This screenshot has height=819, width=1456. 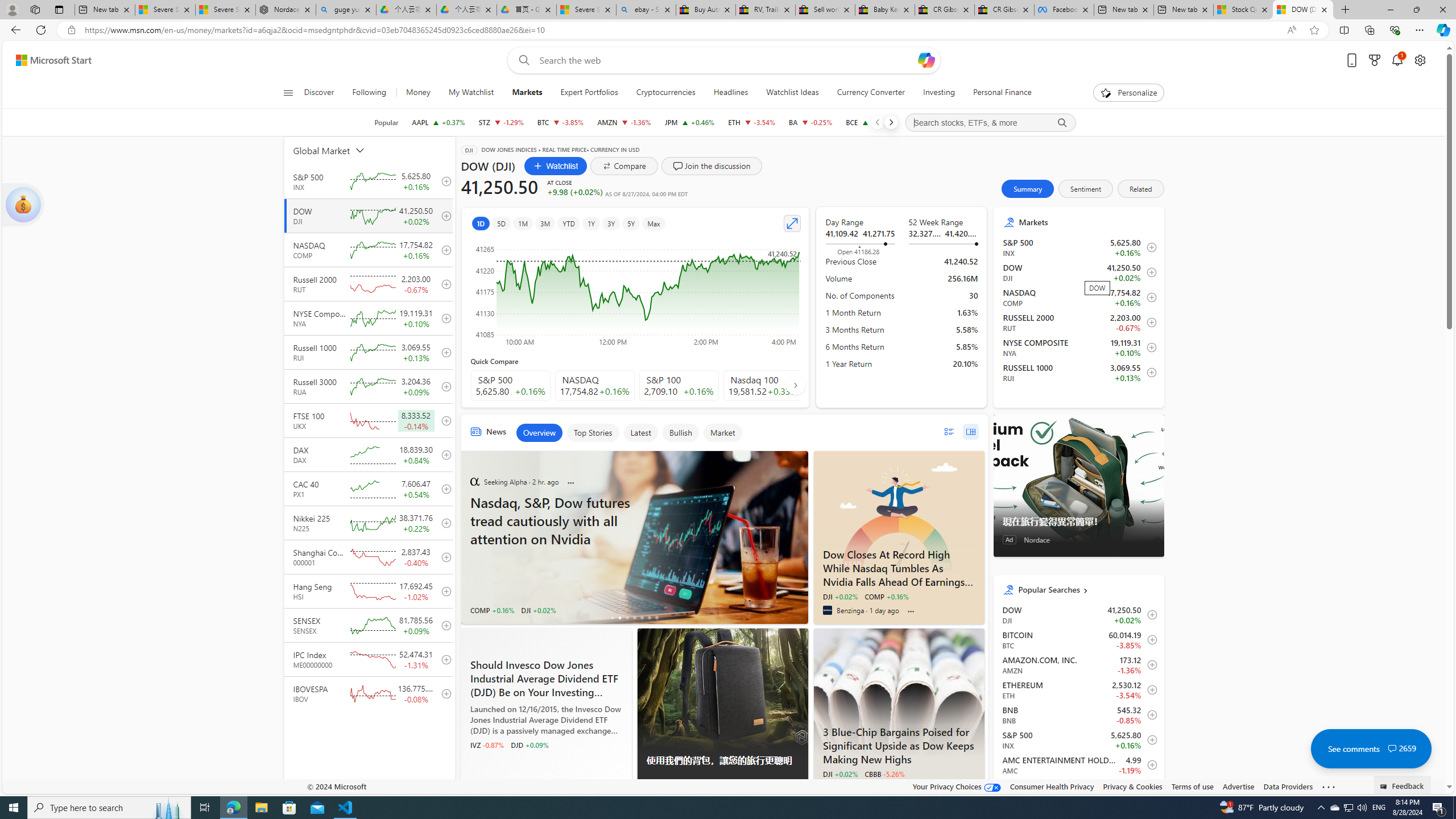 What do you see at coordinates (589, 92) in the screenshot?
I see `'Expert Portfolios'` at bounding box center [589, 92].